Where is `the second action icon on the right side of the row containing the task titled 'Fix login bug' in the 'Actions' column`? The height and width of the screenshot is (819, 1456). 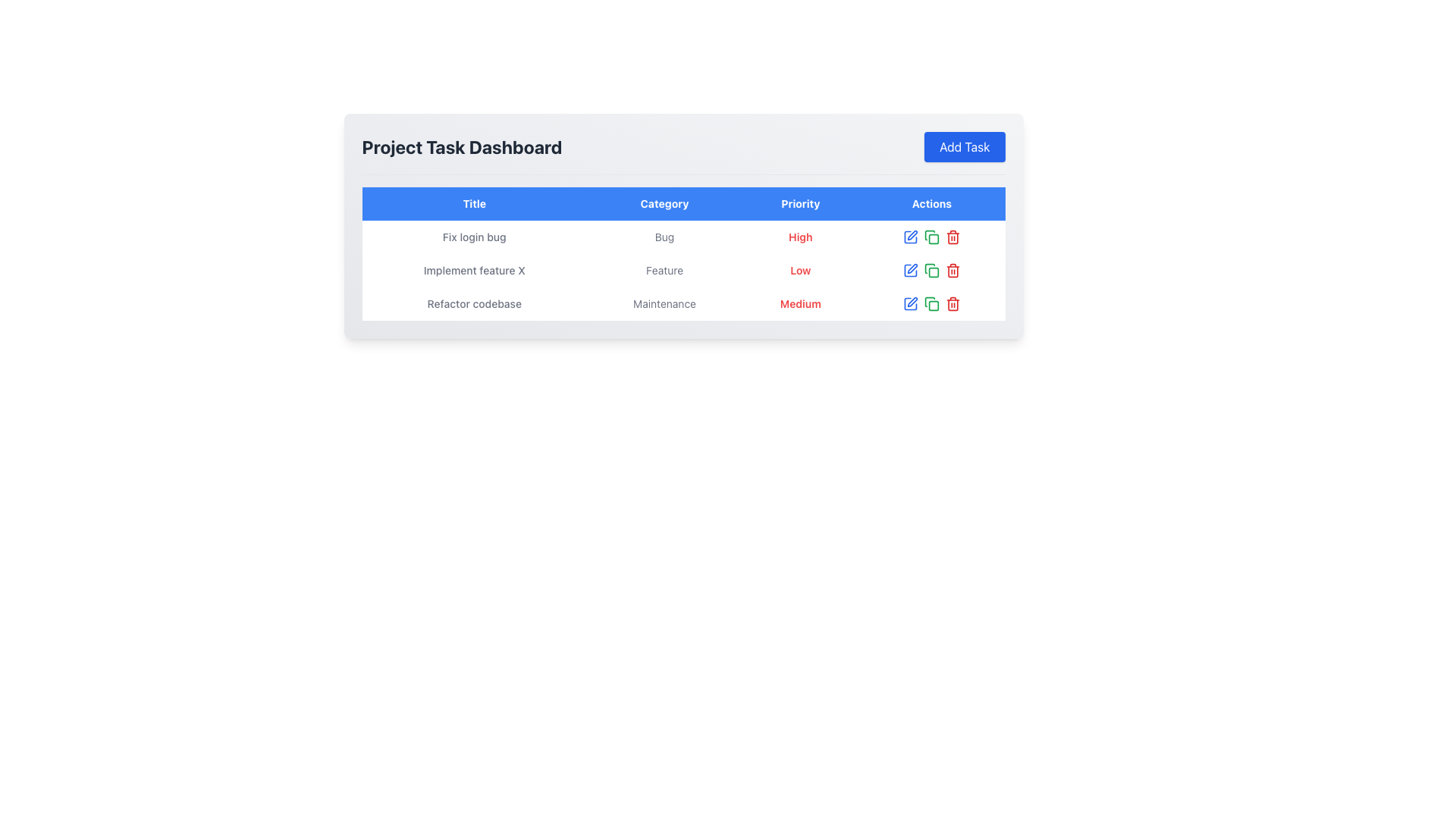
the second action icon on the right side of the row containing the task titled 'Fix login bug' in the 'Actions' column is located at coordinates (930, 237).